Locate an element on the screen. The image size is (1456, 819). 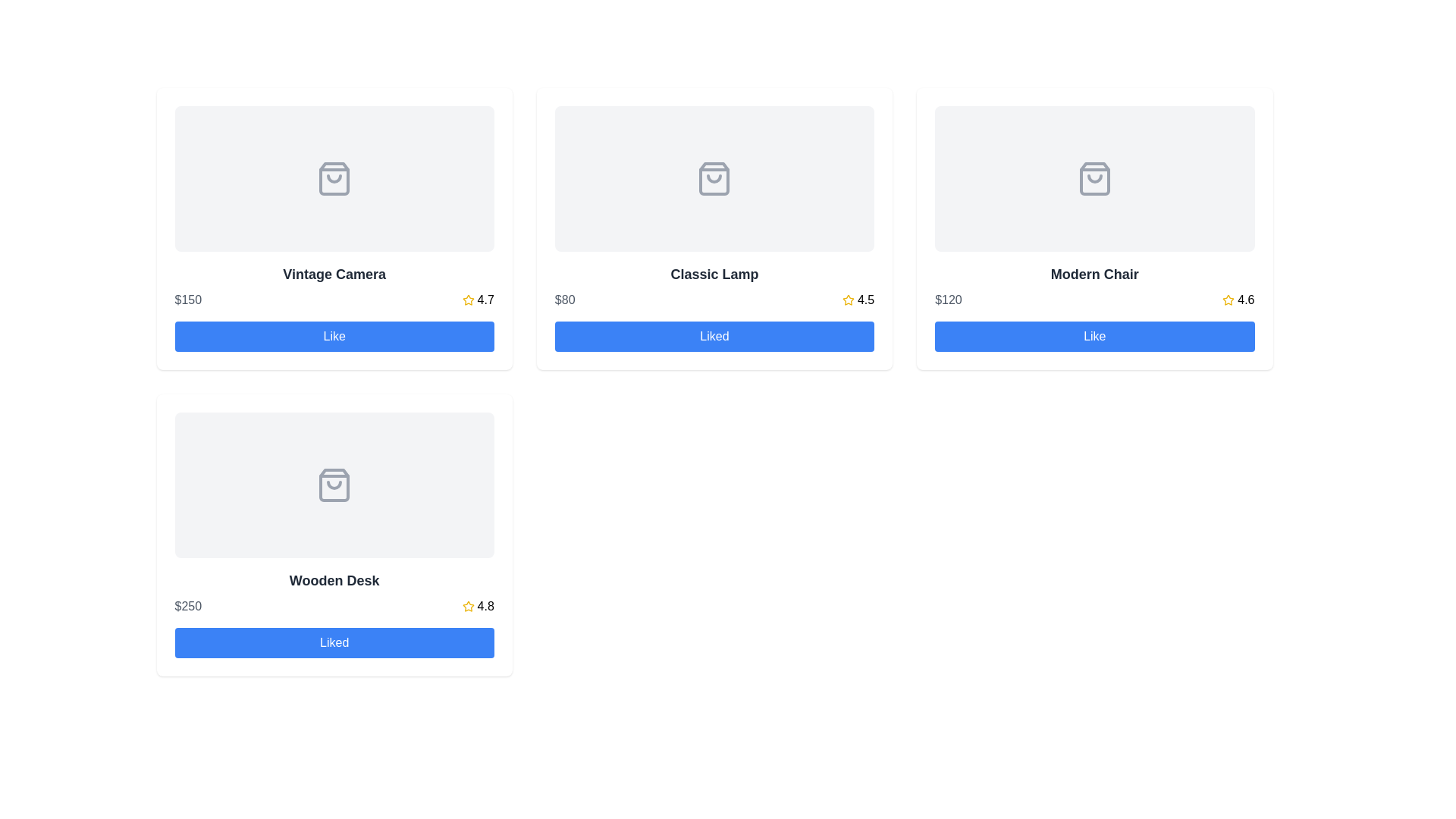
text label displaying the price '$80' located at the top-left corner of the pricing and rating row for the 'Classic Lamp' is located at coordinates (564, 300).